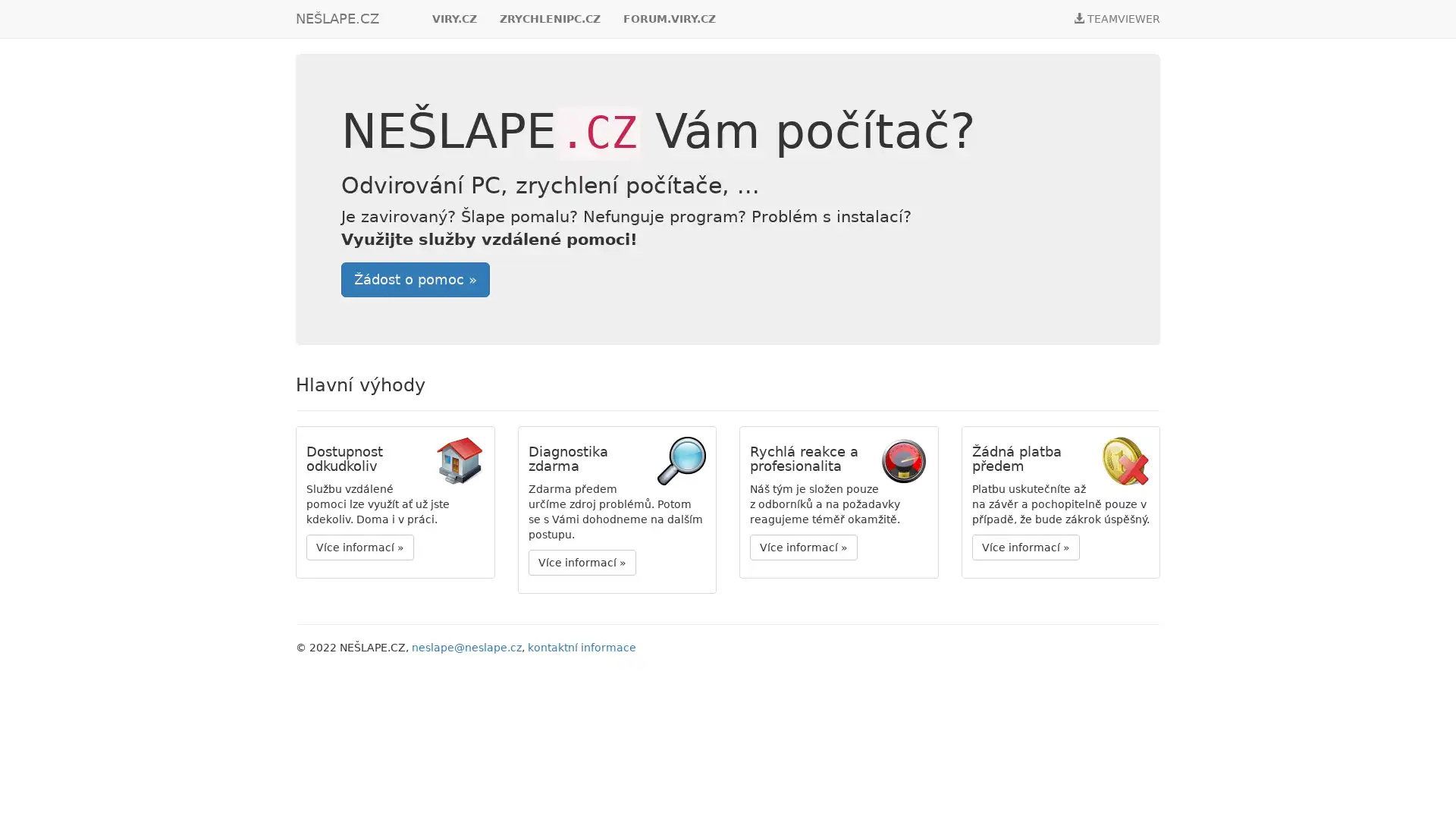  I want to click on Vice informaci, so click(803, 547).